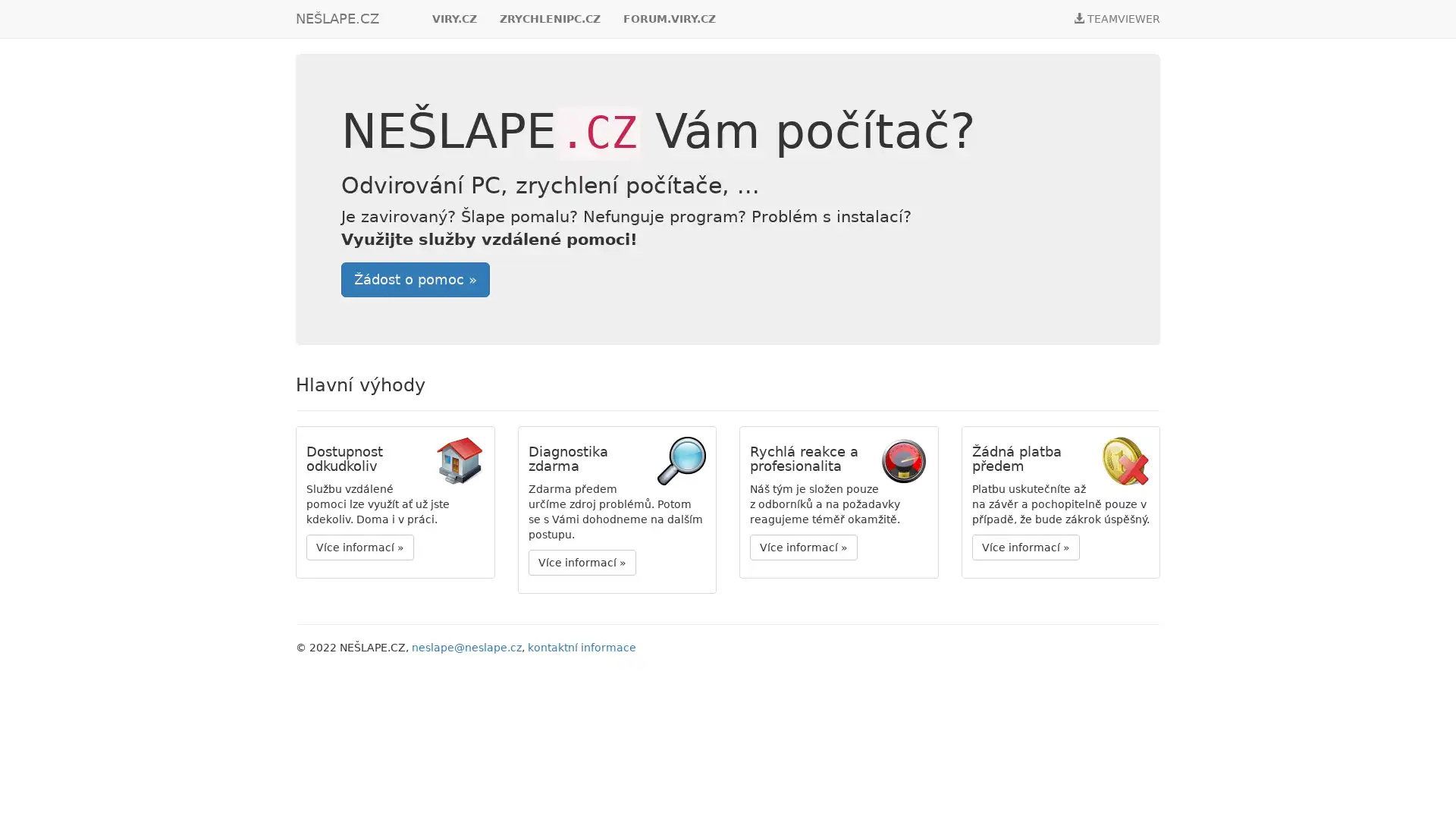  I want to click on Vice informaci, so click(803, 547).